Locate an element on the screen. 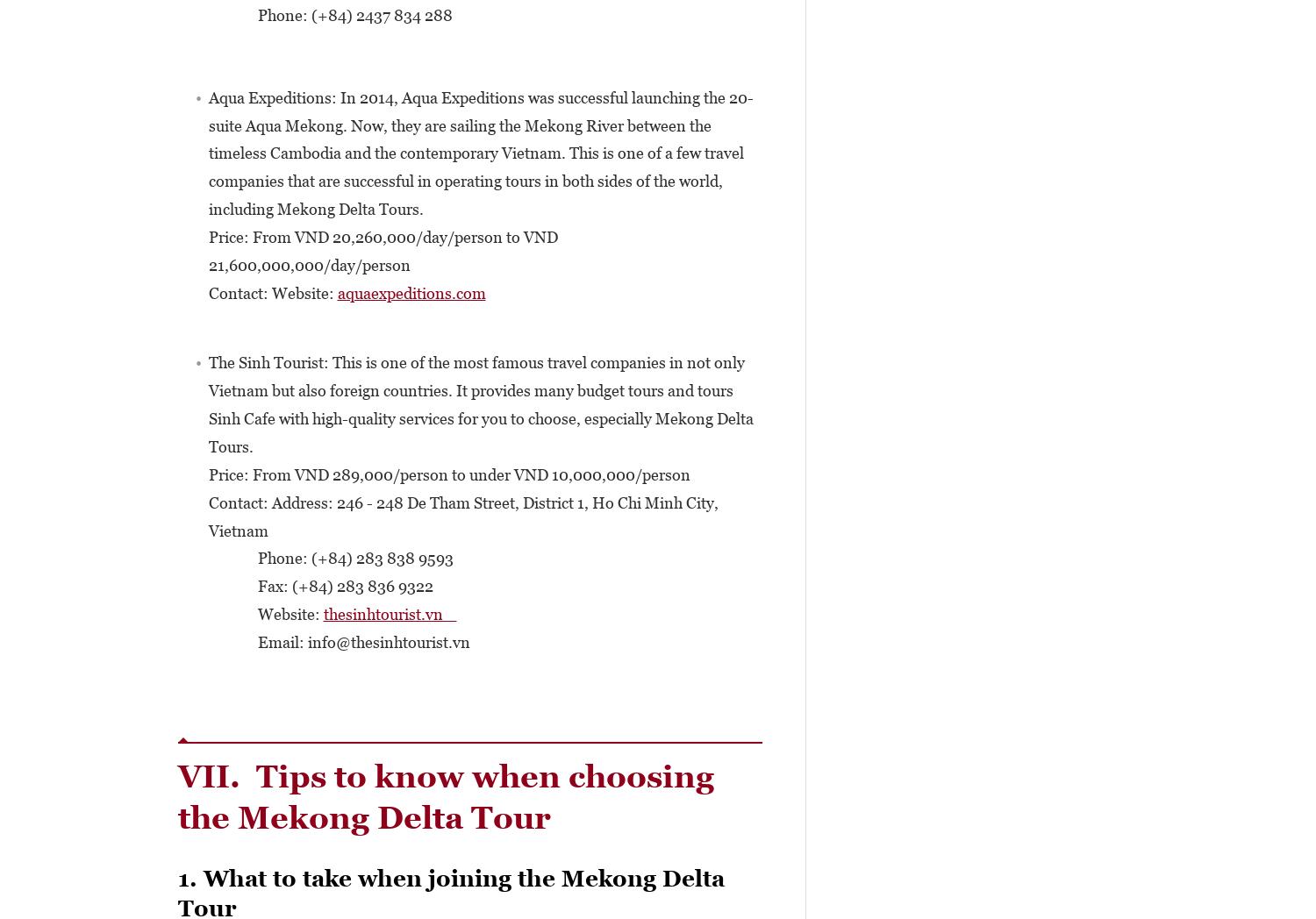 This screenshot has width=1316, height=919. 'Aqua Expeditions: In 2014, Aqua Expeditions was successful launching the 20-suite Aqua Mekong. Now, they are sailing the Mekong River between the timeless Cambodia and the contemporary Vietnam. This is one of a few travel companies that are successful in operating tours in both sides of the world, including Mekong Delta Tours.' is located at coordinates (480, 153).